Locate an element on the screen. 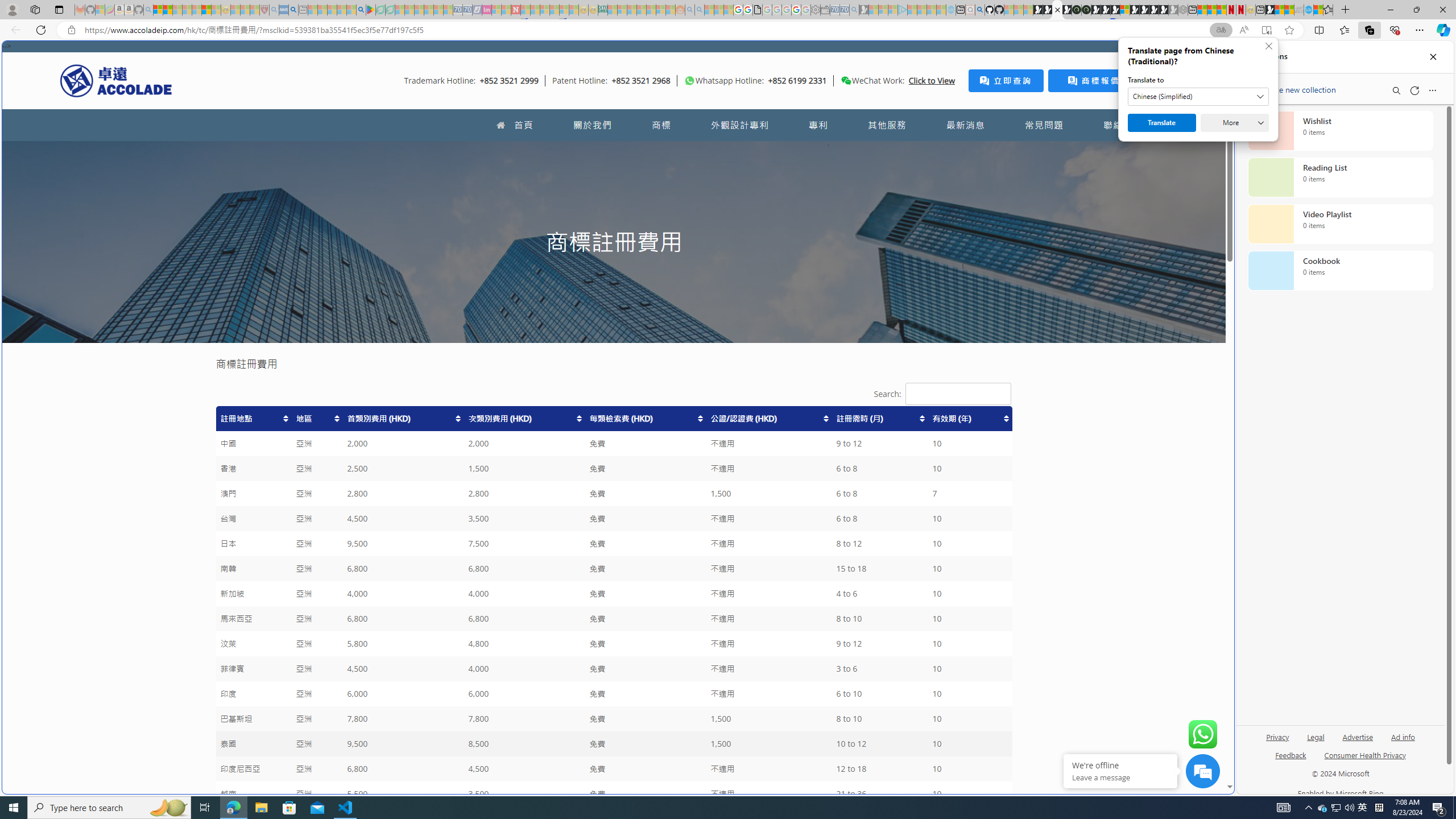 The image size is (1456, 819). '5,800' is located at coordinates (403, 643).